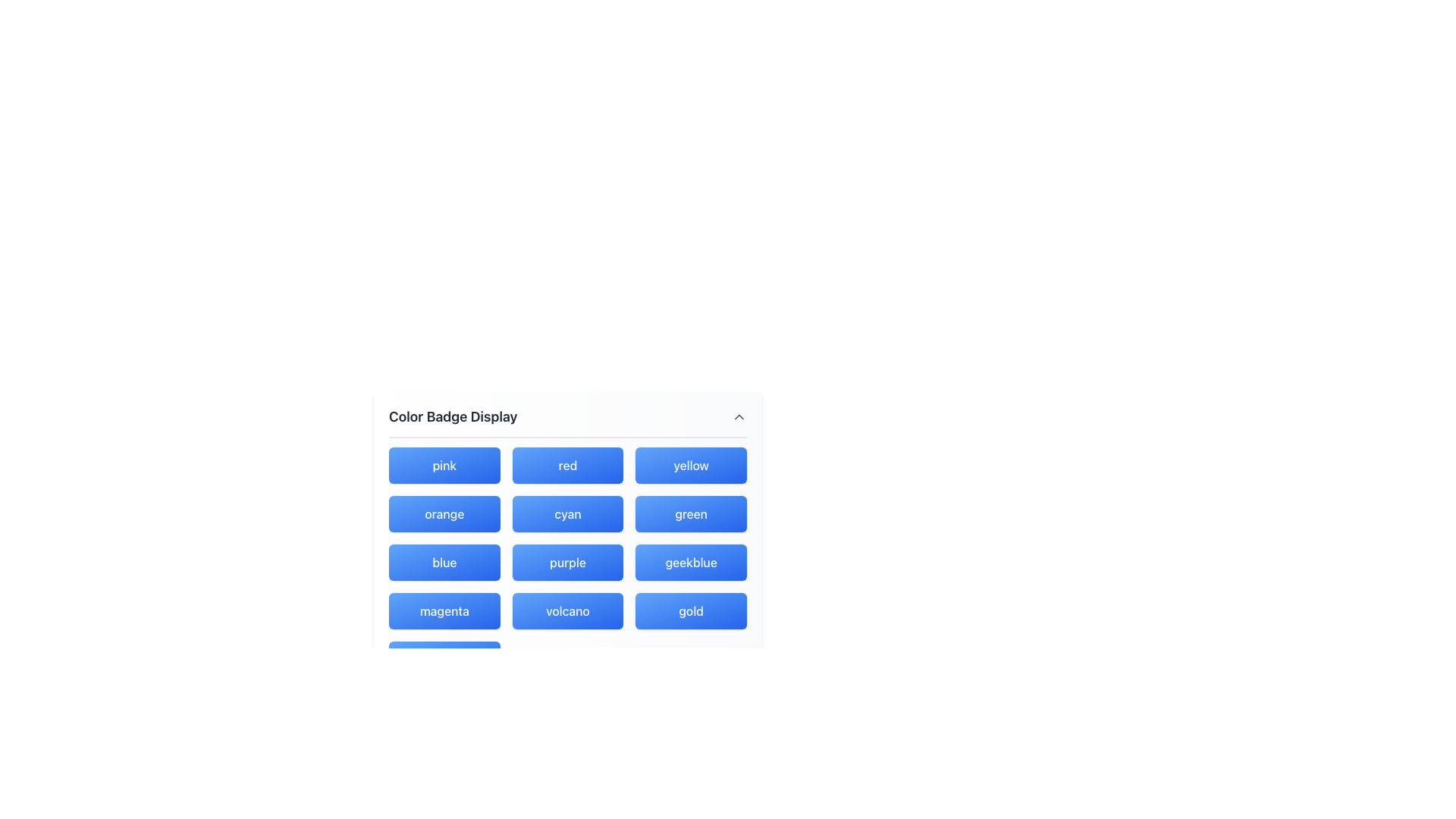 The width and height of the screenshot is (1456, 819). Describe the element at coordinates (566, 610) in the screenshot. I see `the blue gradient button labeled 'volcano'` at that location.